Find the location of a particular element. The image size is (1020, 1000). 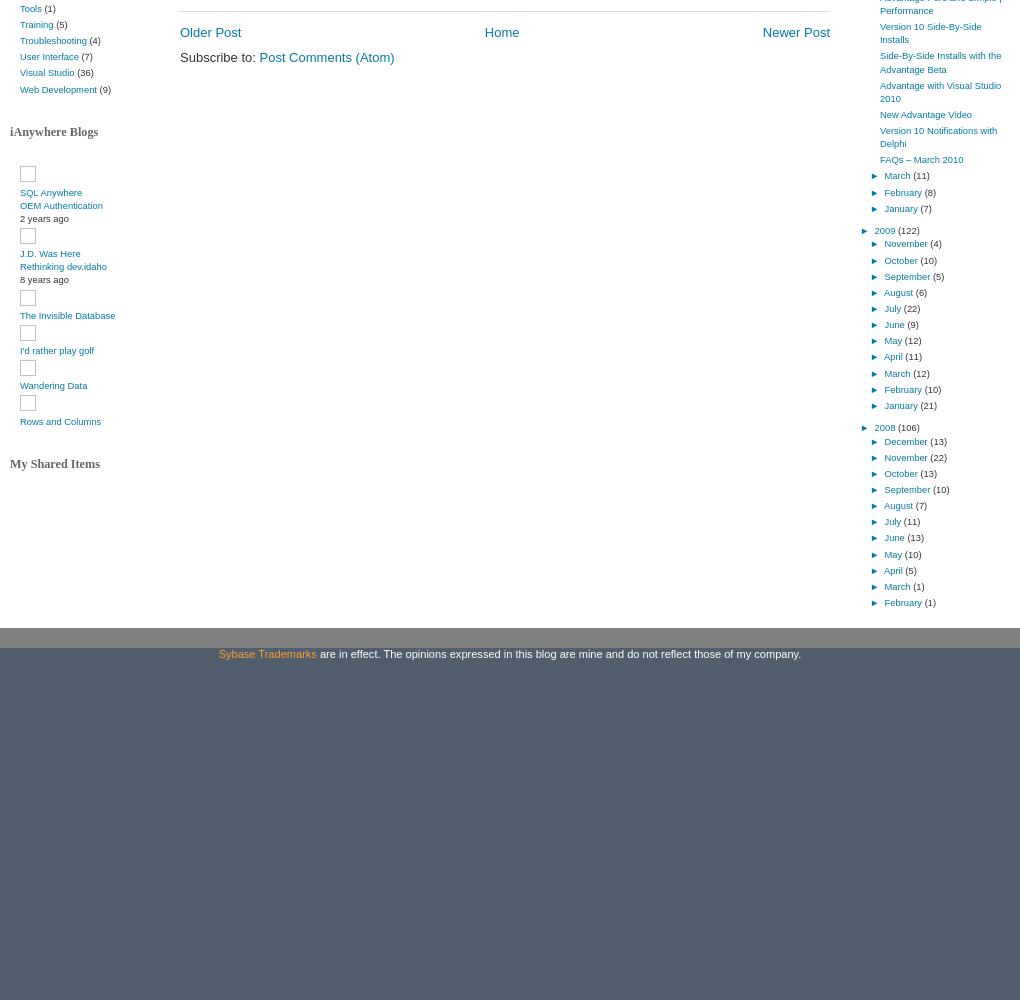

'Visual Studio' is located at coordinates (47, 71).